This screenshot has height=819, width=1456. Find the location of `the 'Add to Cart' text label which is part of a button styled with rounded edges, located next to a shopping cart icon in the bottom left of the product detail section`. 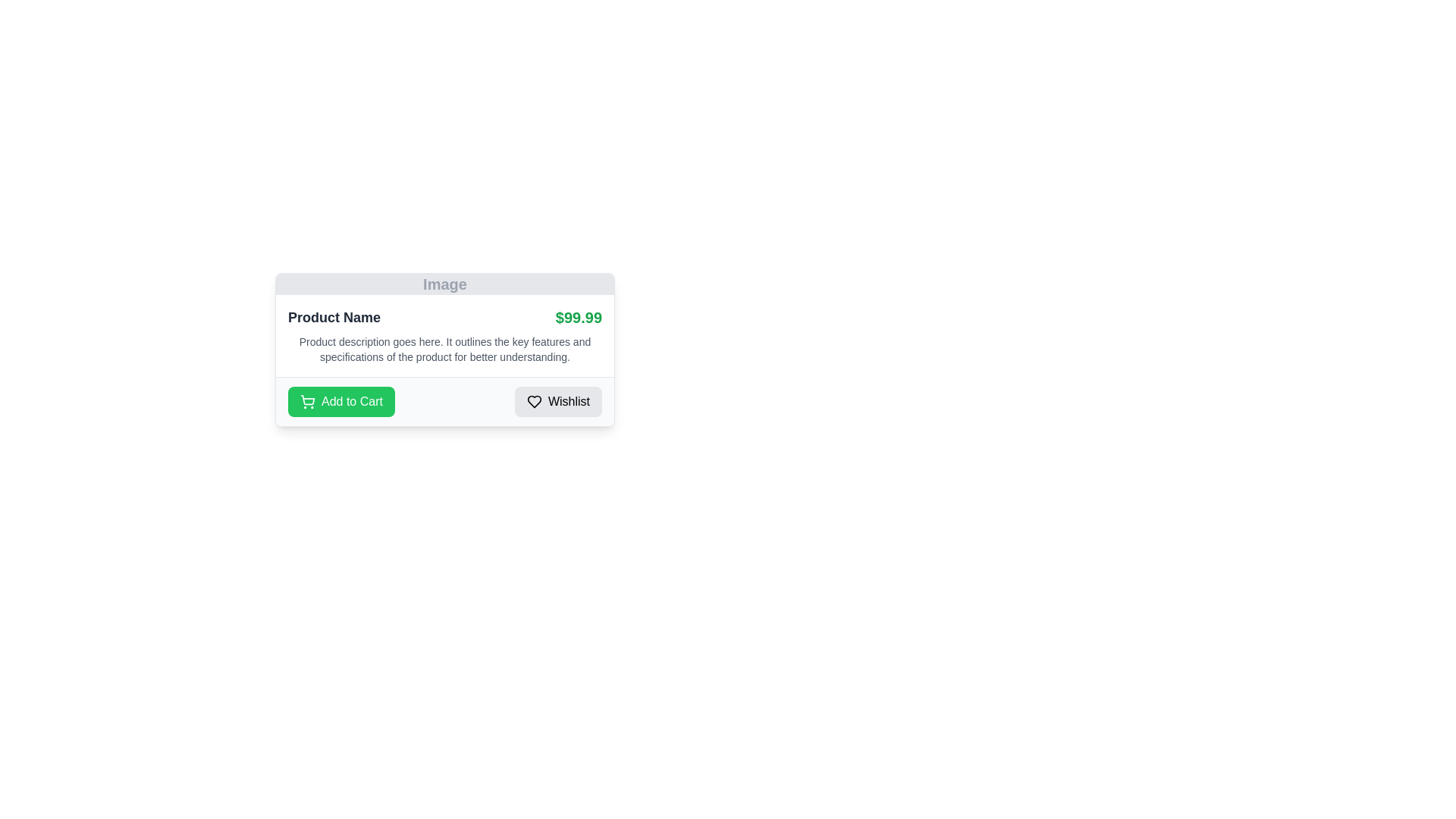

the 'Add to Cart' text label which is part of a button styled with rounded edges, located next to a shopping cart icon in the bottom left of the product detail section is located at coordinates (351, 400).